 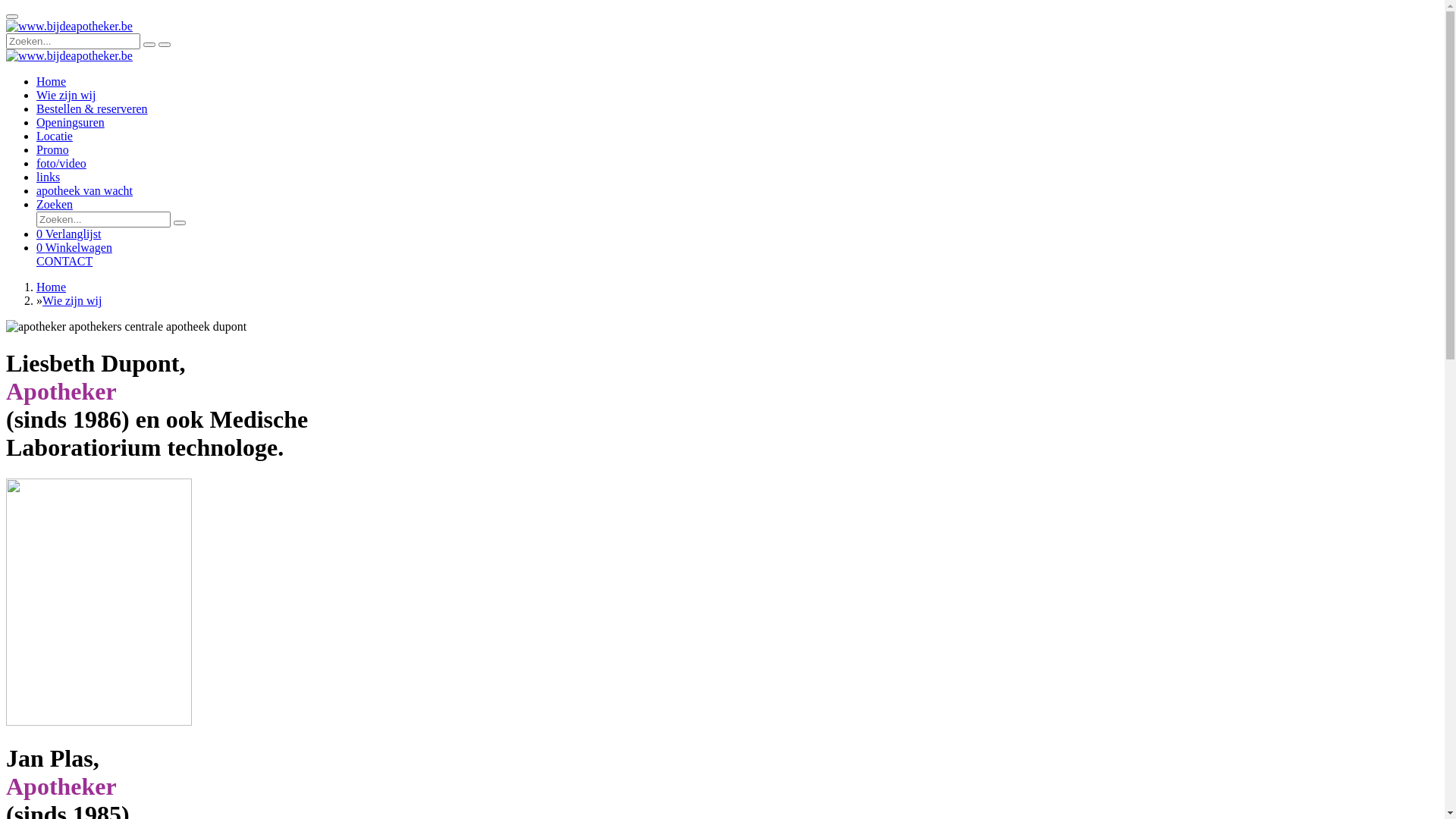 I want to click on 'Home', so click(x=51, y=81).